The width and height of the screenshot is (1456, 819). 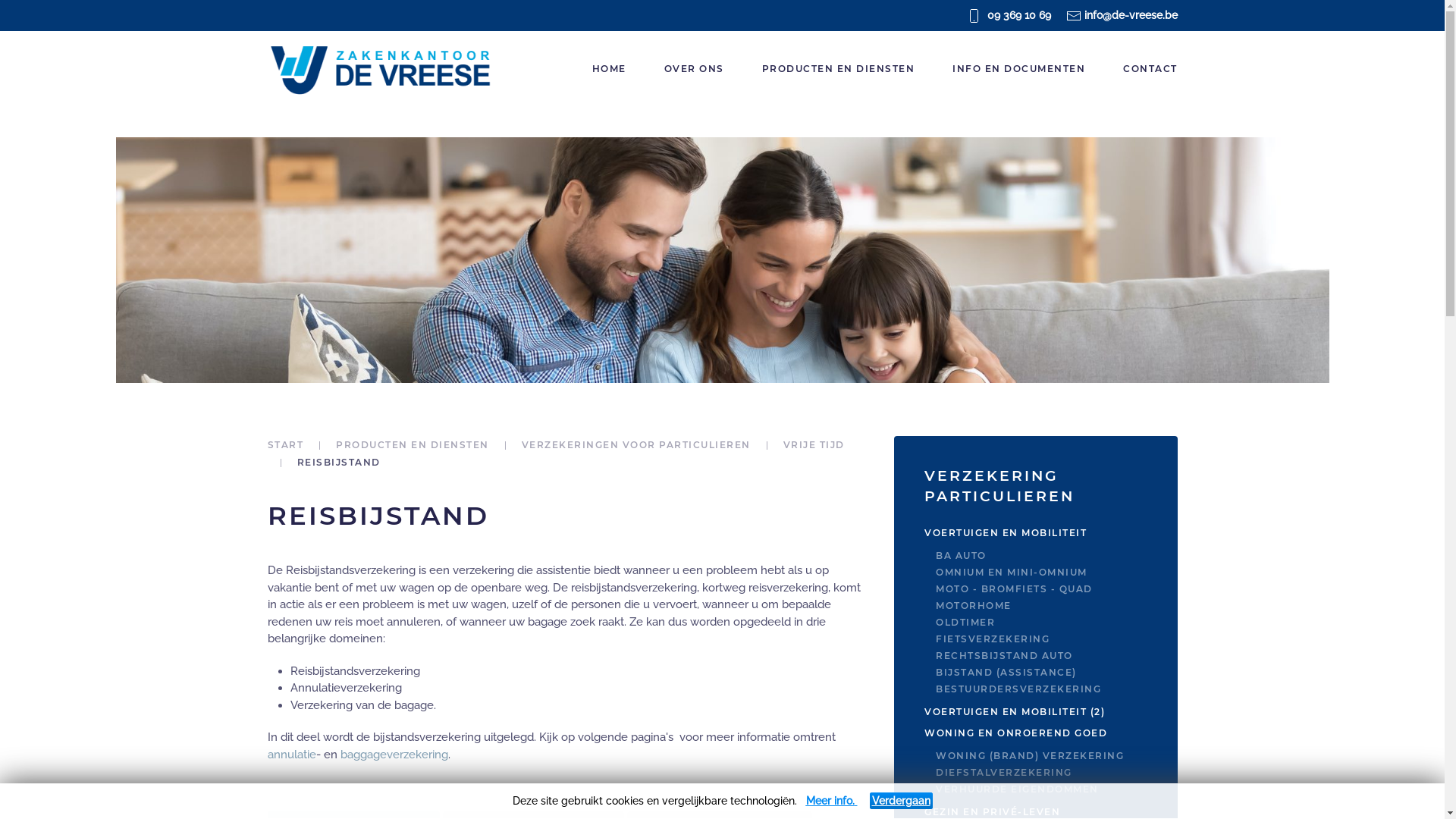 What do you see at coordinates (1034, 733) in the screenshot?
I see `'WONING EN ONROEREND GOED'` at bounding box center [1034, 733].